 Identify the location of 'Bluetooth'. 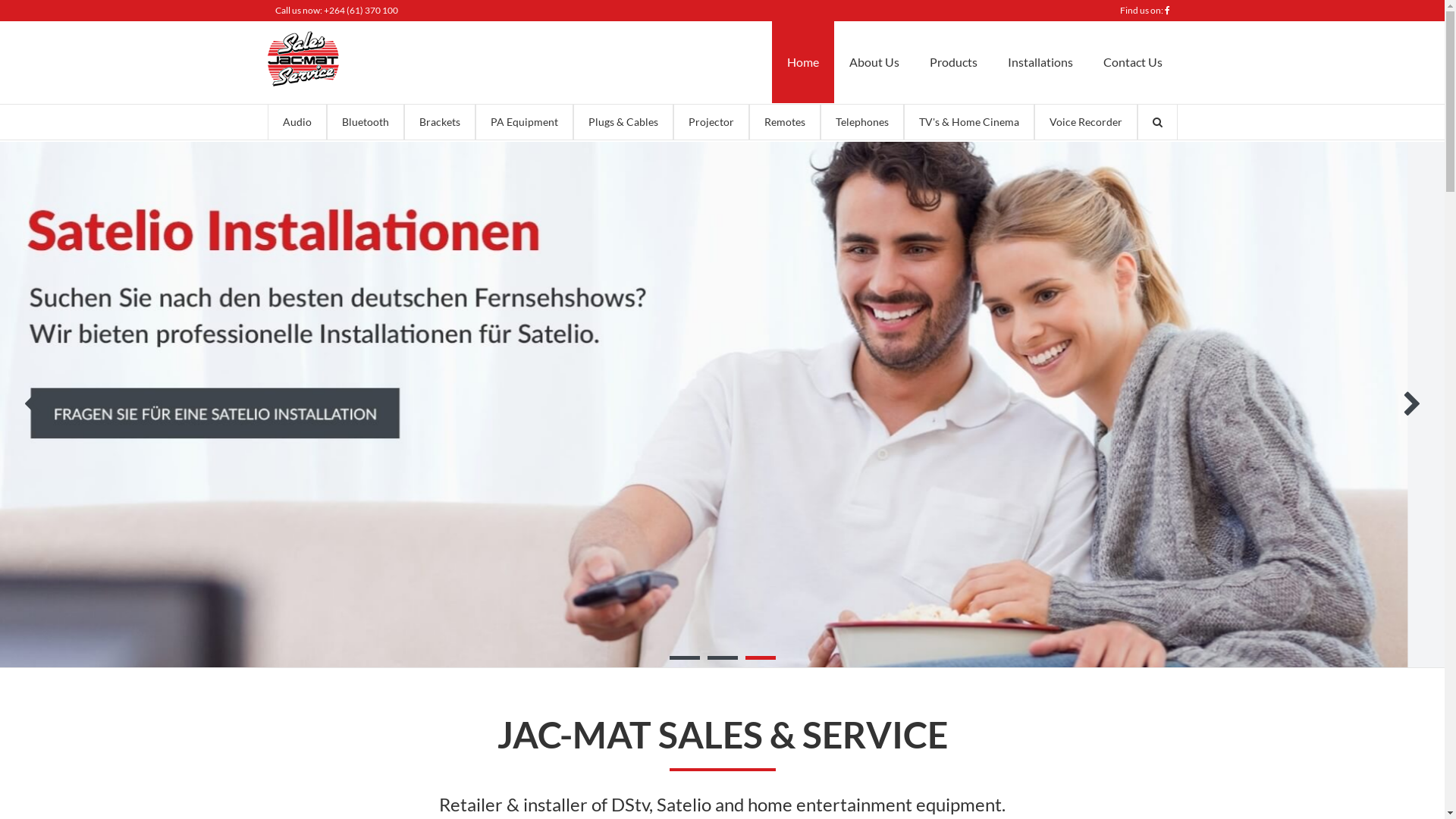
(364, 121).